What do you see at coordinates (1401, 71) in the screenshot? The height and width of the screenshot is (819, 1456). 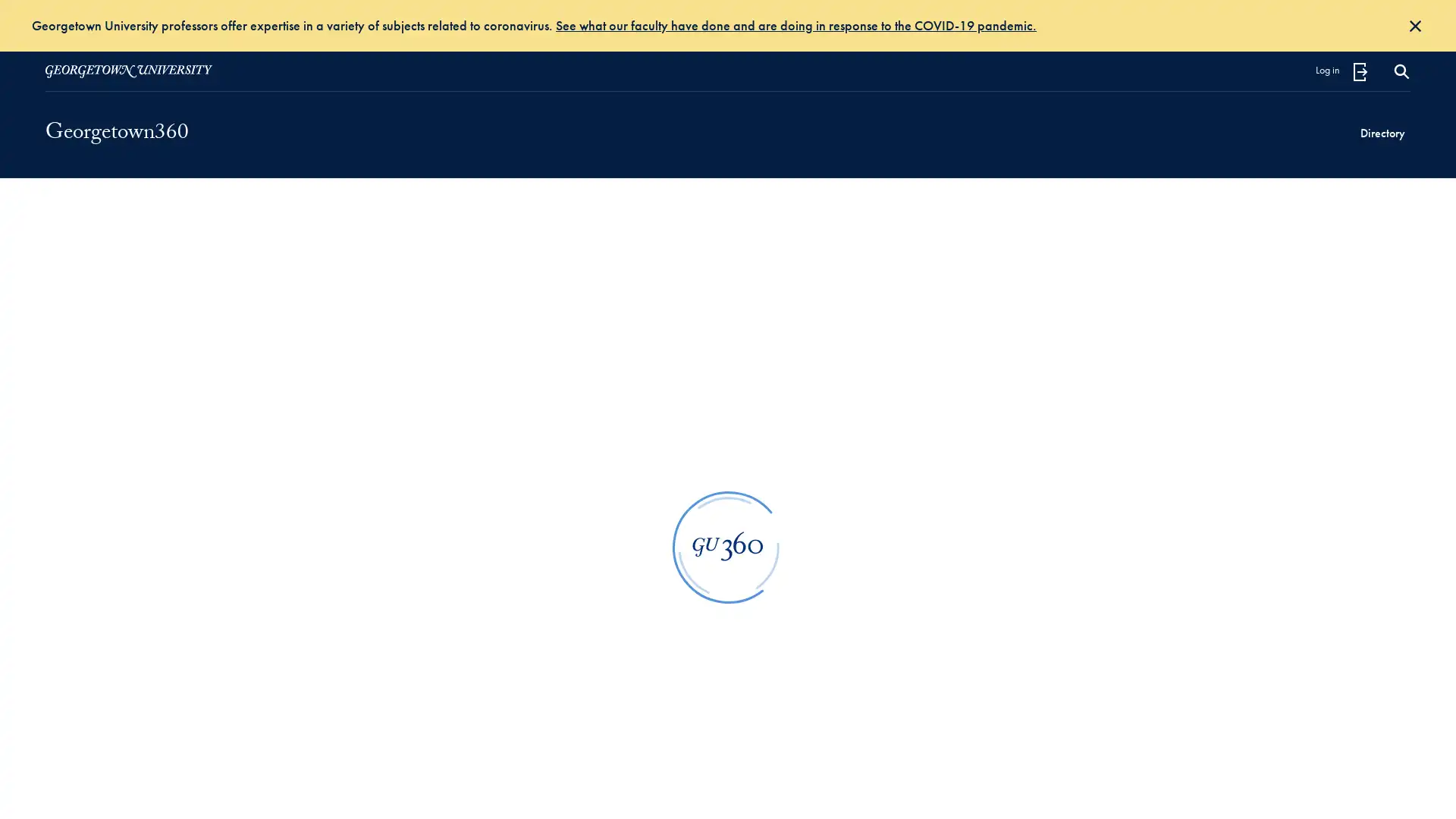 I see `Site wide Faculty Search` at bounding box center [1401, 71].